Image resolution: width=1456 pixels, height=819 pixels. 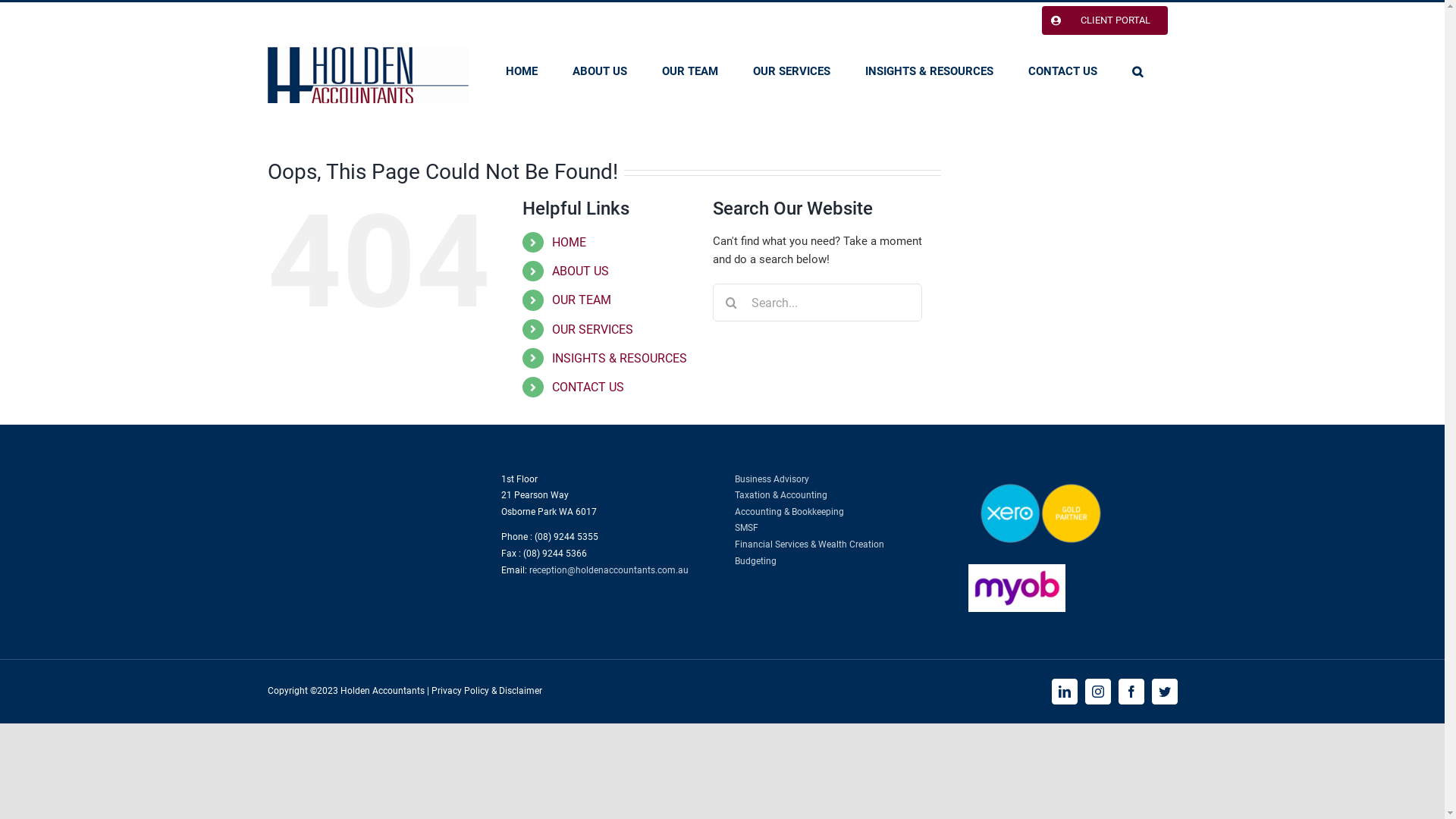 I want to click on 'SMSF', so click(x=745, y=526).